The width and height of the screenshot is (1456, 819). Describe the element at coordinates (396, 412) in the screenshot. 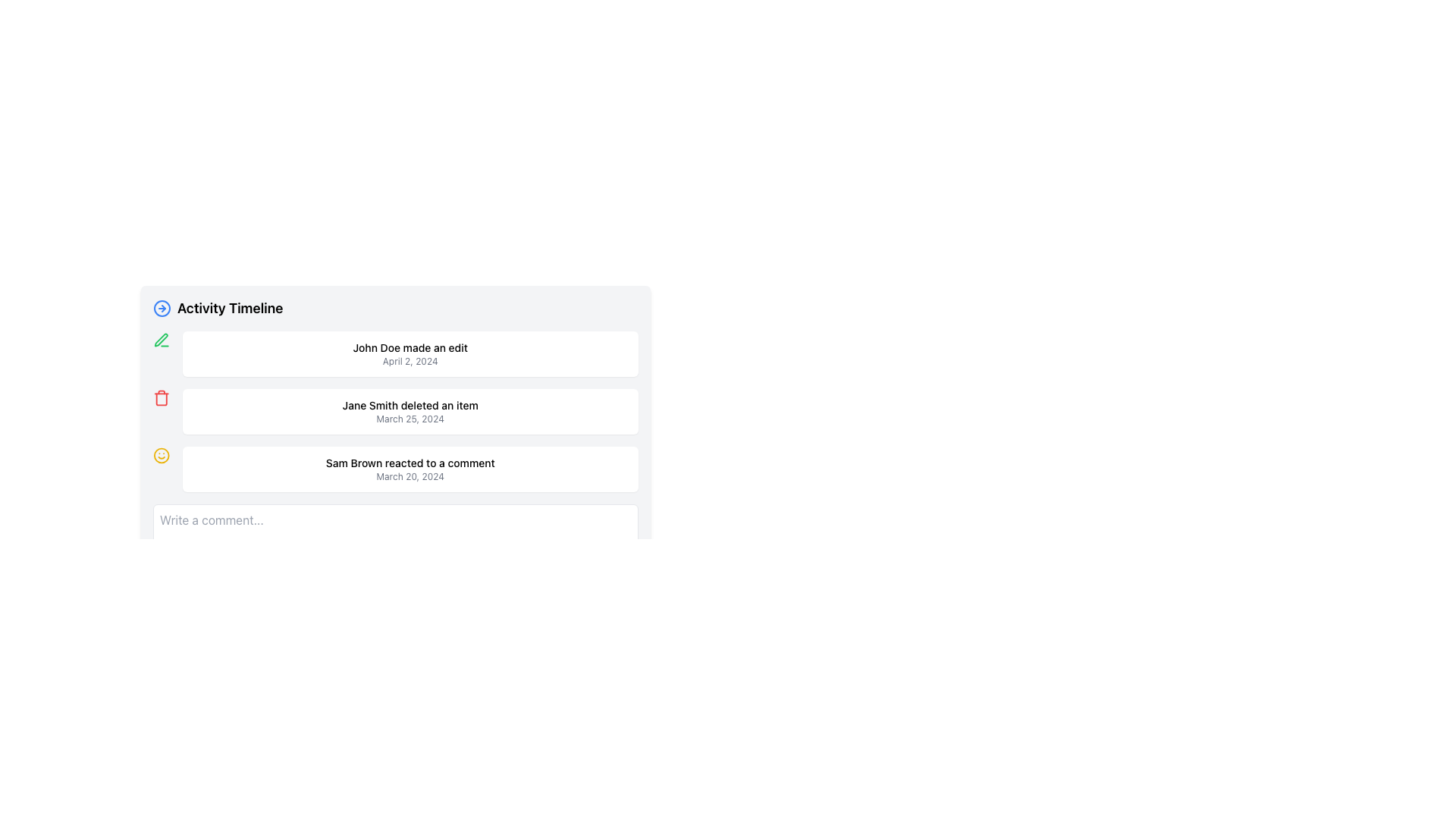

I see `the Activity notification entry that informs users about Jane Smith deleting an item, positioned in the vertical notification list between John Doe's and Sam Brown's notifications` at that location.